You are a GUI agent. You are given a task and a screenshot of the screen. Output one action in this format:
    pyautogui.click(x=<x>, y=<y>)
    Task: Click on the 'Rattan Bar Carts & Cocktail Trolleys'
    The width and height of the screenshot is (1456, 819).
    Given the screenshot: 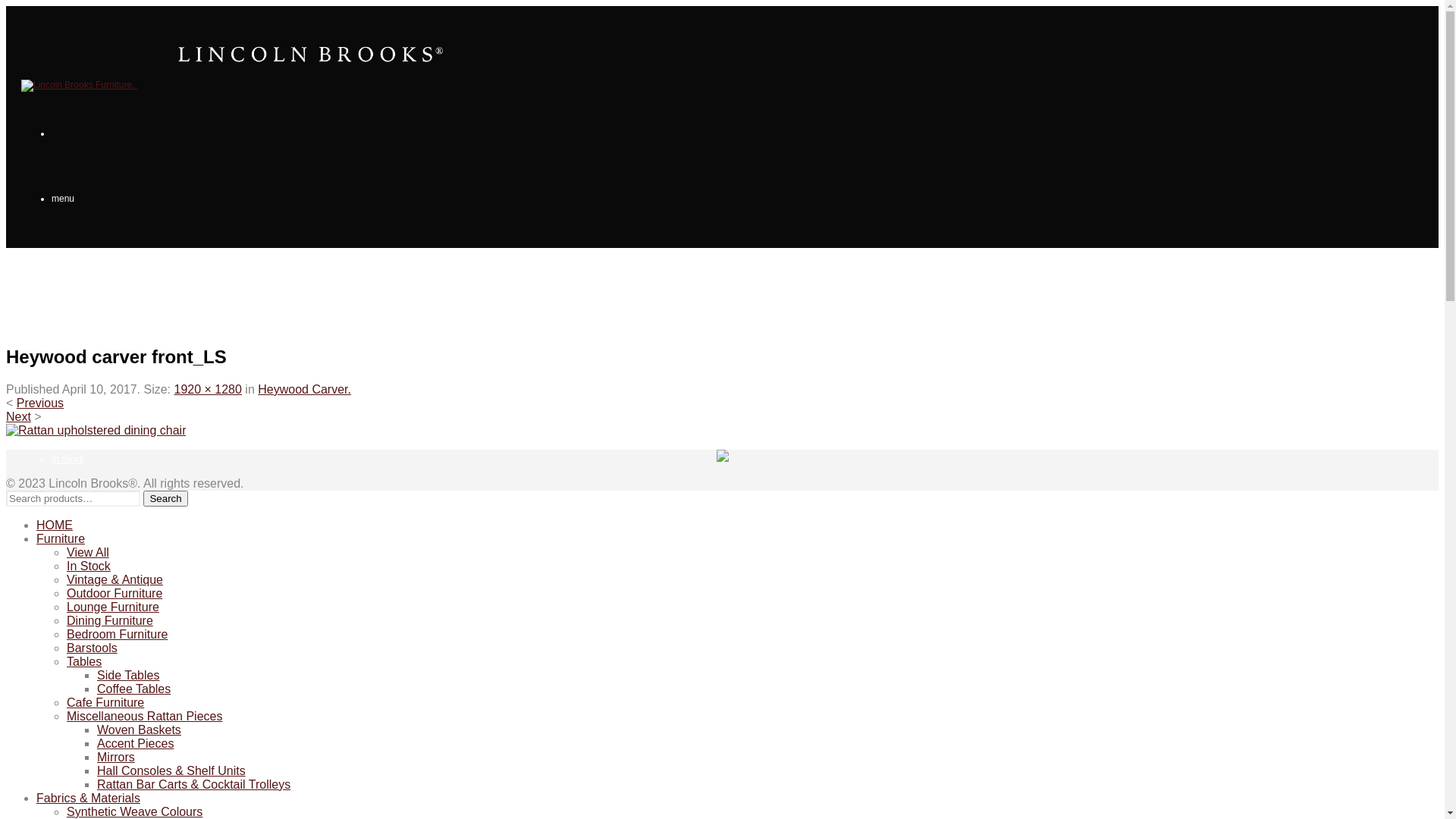 What is the action you would take?
    pyautogui.click(x=96, y=784)
    